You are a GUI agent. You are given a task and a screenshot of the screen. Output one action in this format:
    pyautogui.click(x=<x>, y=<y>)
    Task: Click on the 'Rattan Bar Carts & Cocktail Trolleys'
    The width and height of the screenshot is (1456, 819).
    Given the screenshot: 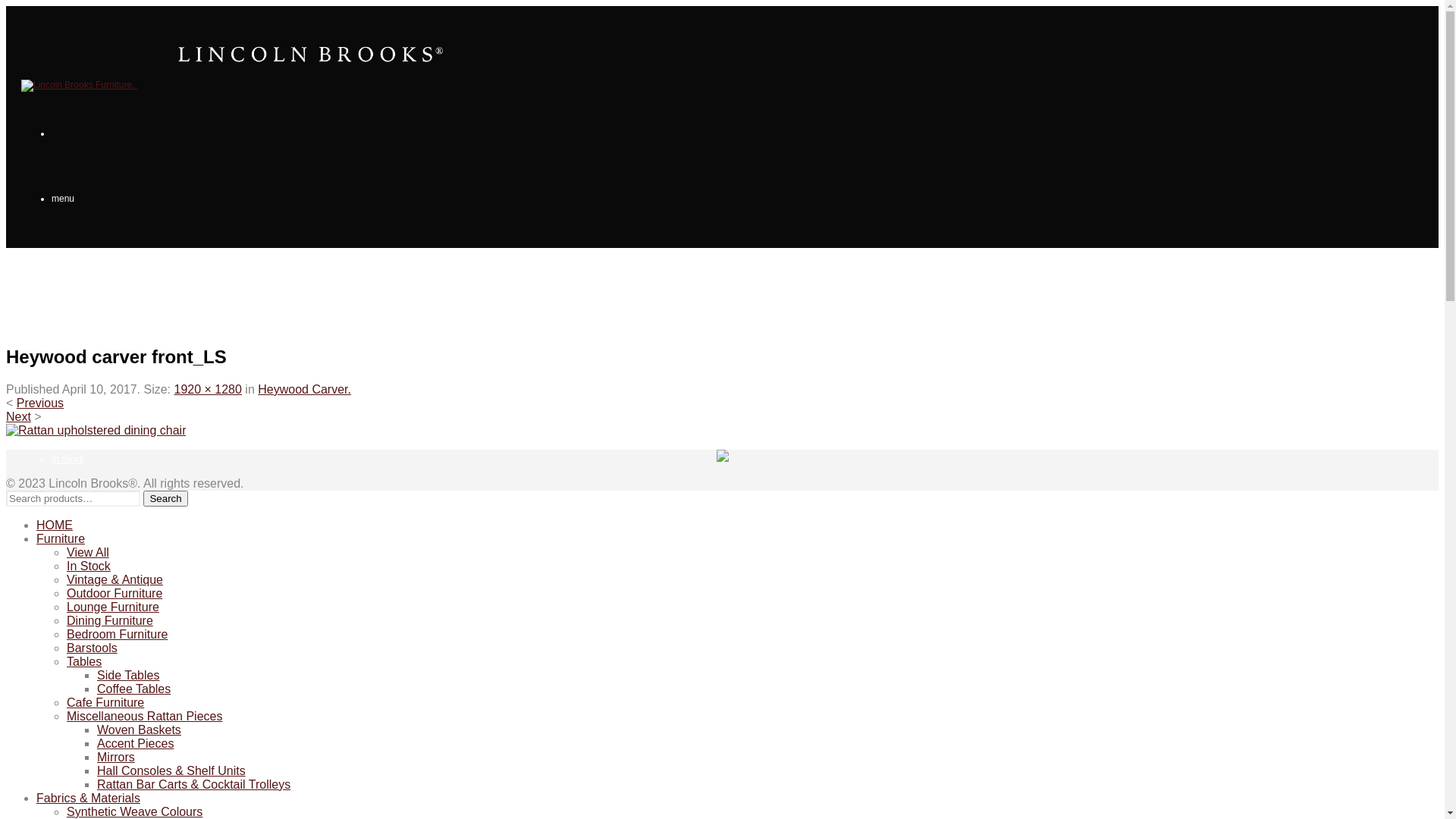 What is the action you would take?
    pyautogui.click(x=96, y=784)
    